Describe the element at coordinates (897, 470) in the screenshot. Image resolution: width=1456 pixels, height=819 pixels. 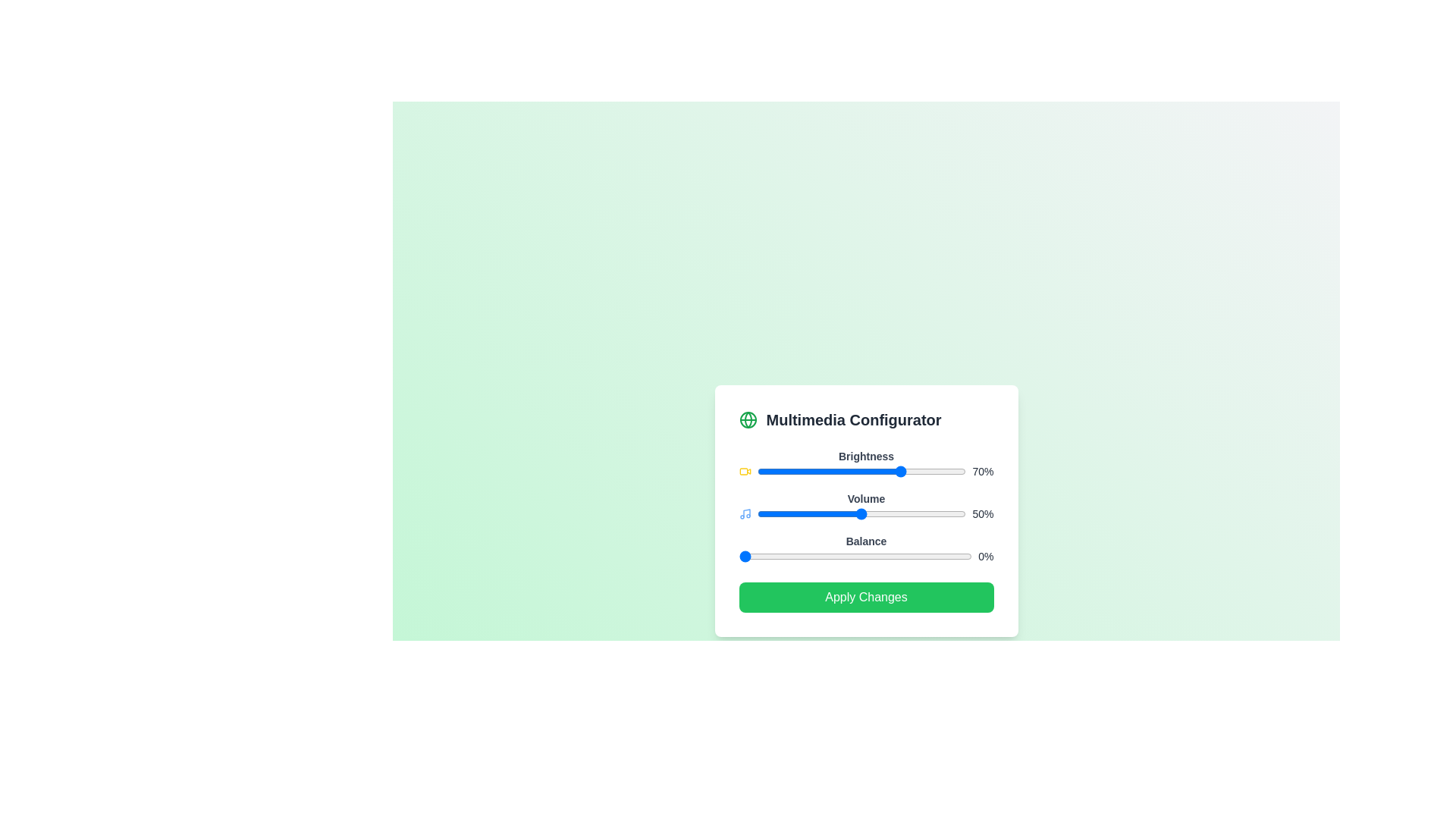
I see `the brightness slider to 67%` at that location.